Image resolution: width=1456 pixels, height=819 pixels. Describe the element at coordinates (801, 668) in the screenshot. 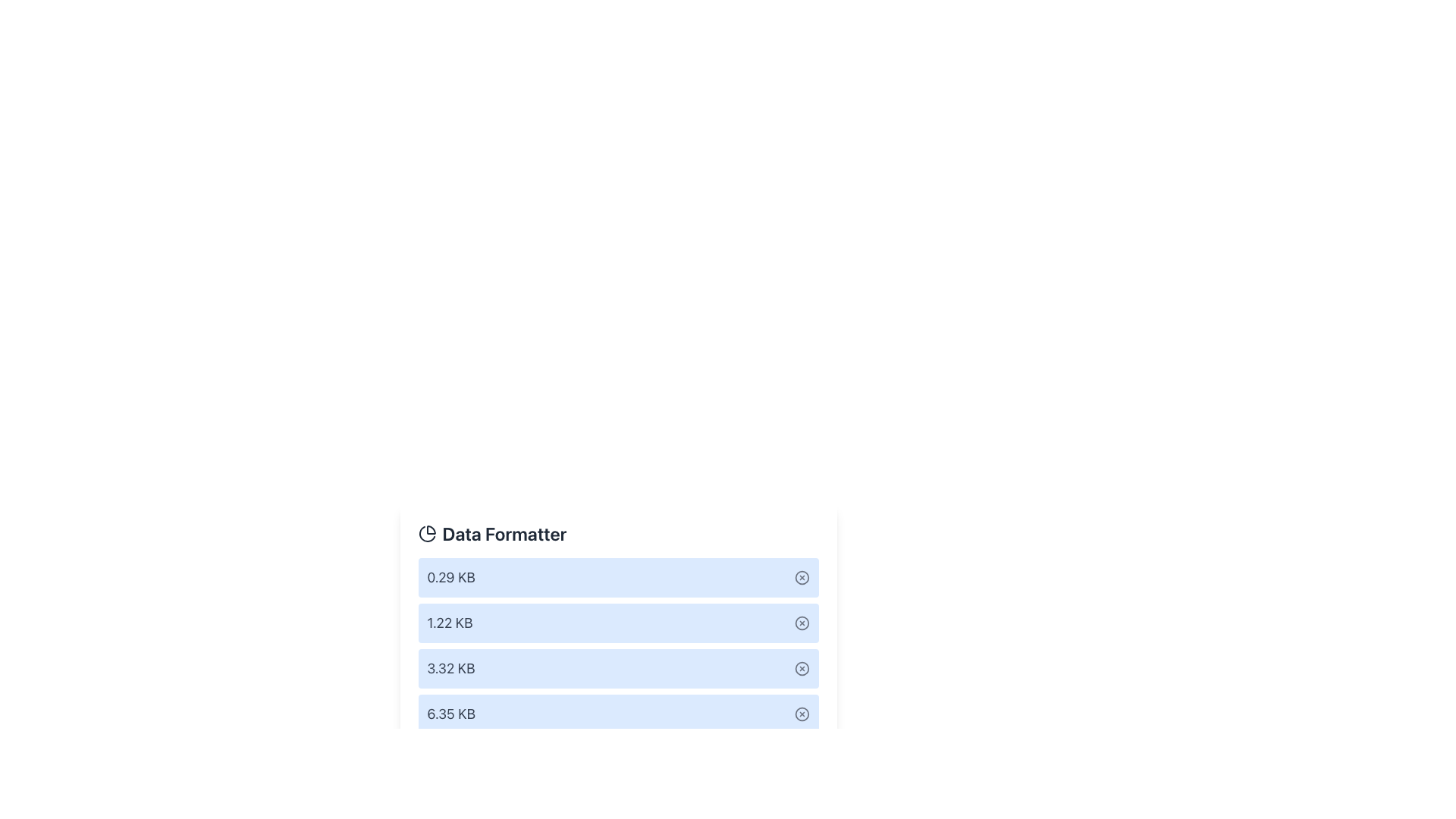

I see `the surrounding icon represented by the Circle (SVG Element) positioned towards the middle-right of the interface for interaction` at that location.